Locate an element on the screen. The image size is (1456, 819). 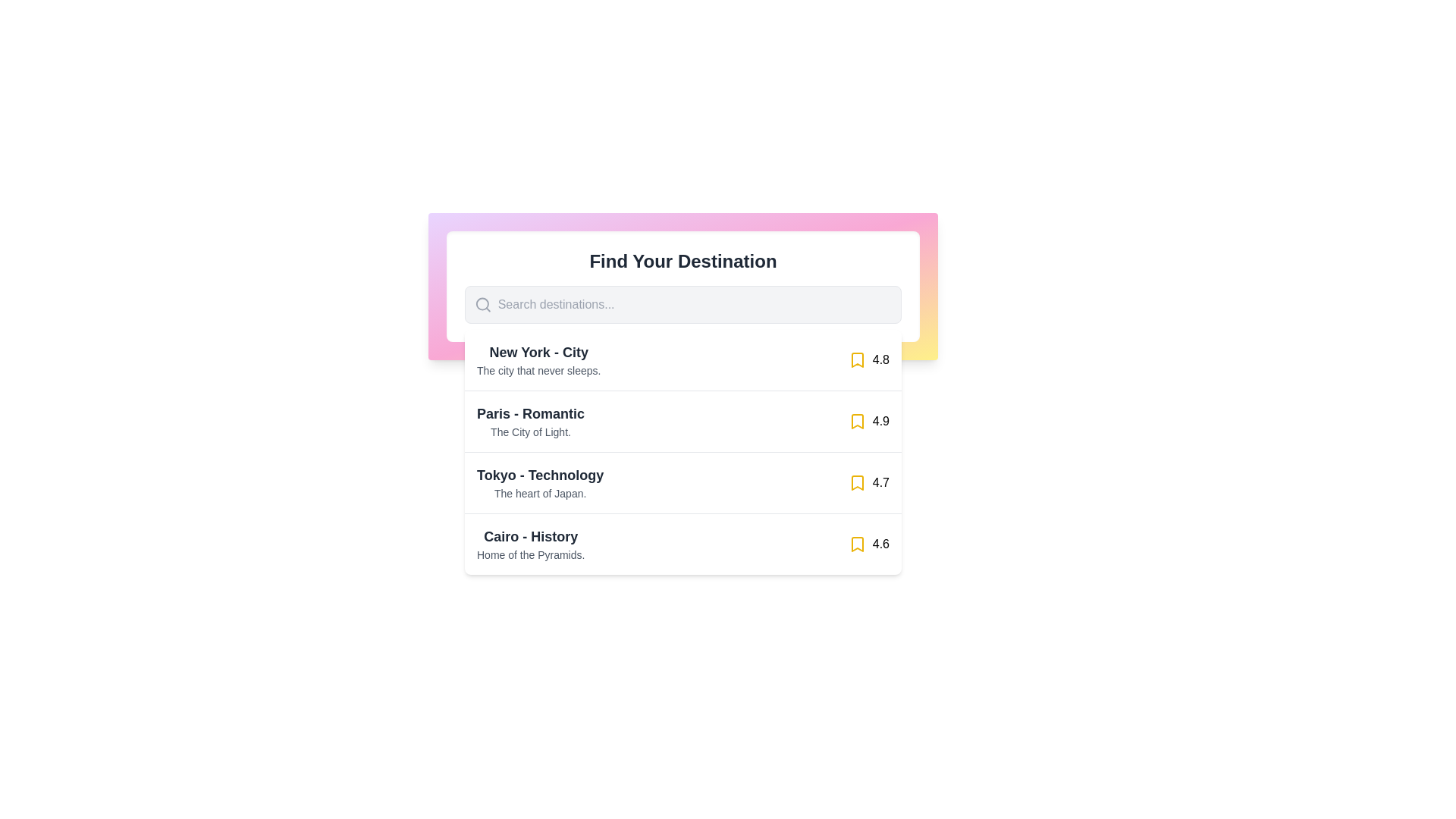
the search icon, which is represented by a magnifying glass graphic, positioned to the far left inside a rounded input field before the text input placeholder 'Search destinations...' is located at coordinates (482, 304).